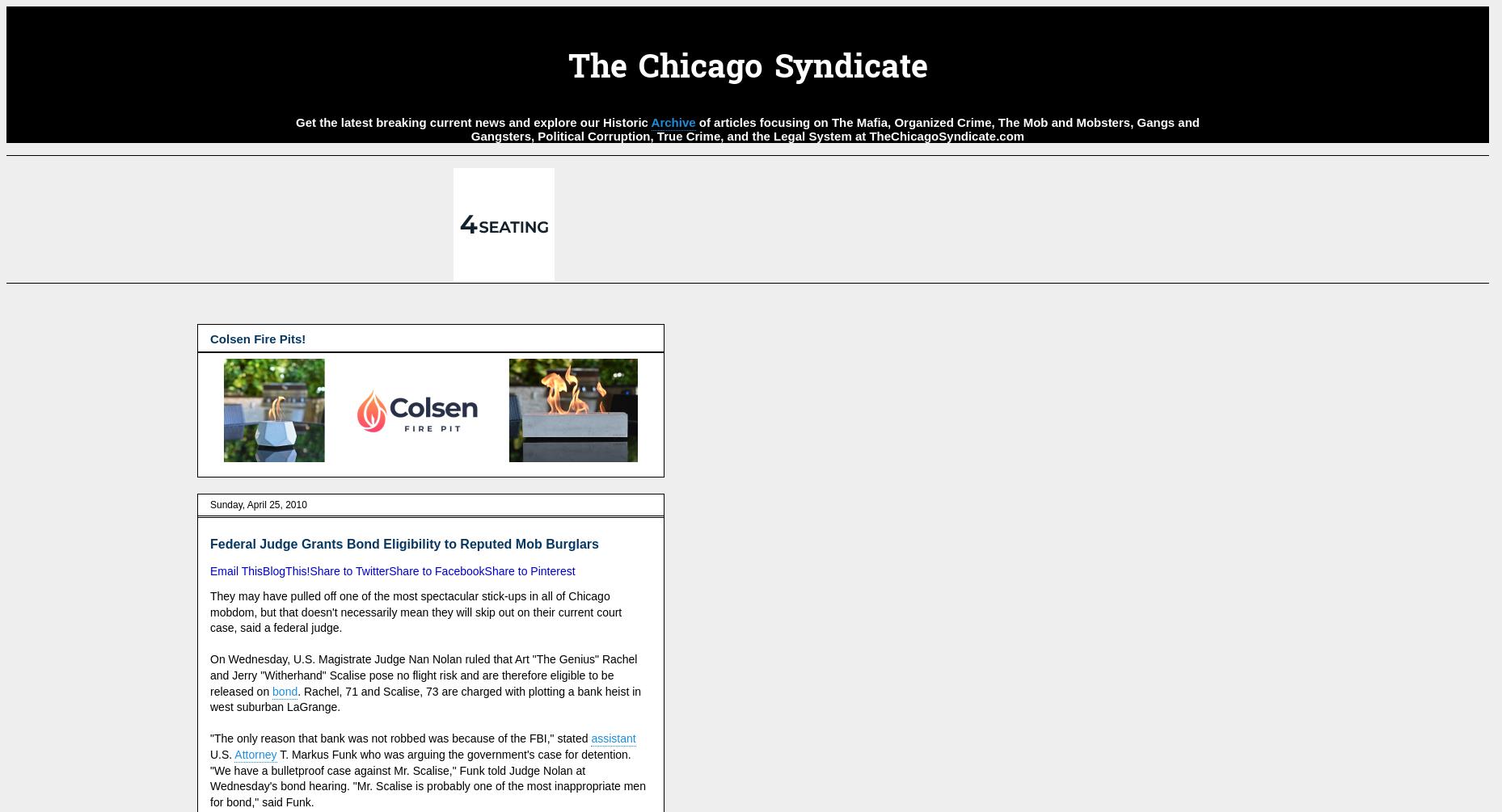  I want to click on 'Share to Twitter', so click(348, 571).